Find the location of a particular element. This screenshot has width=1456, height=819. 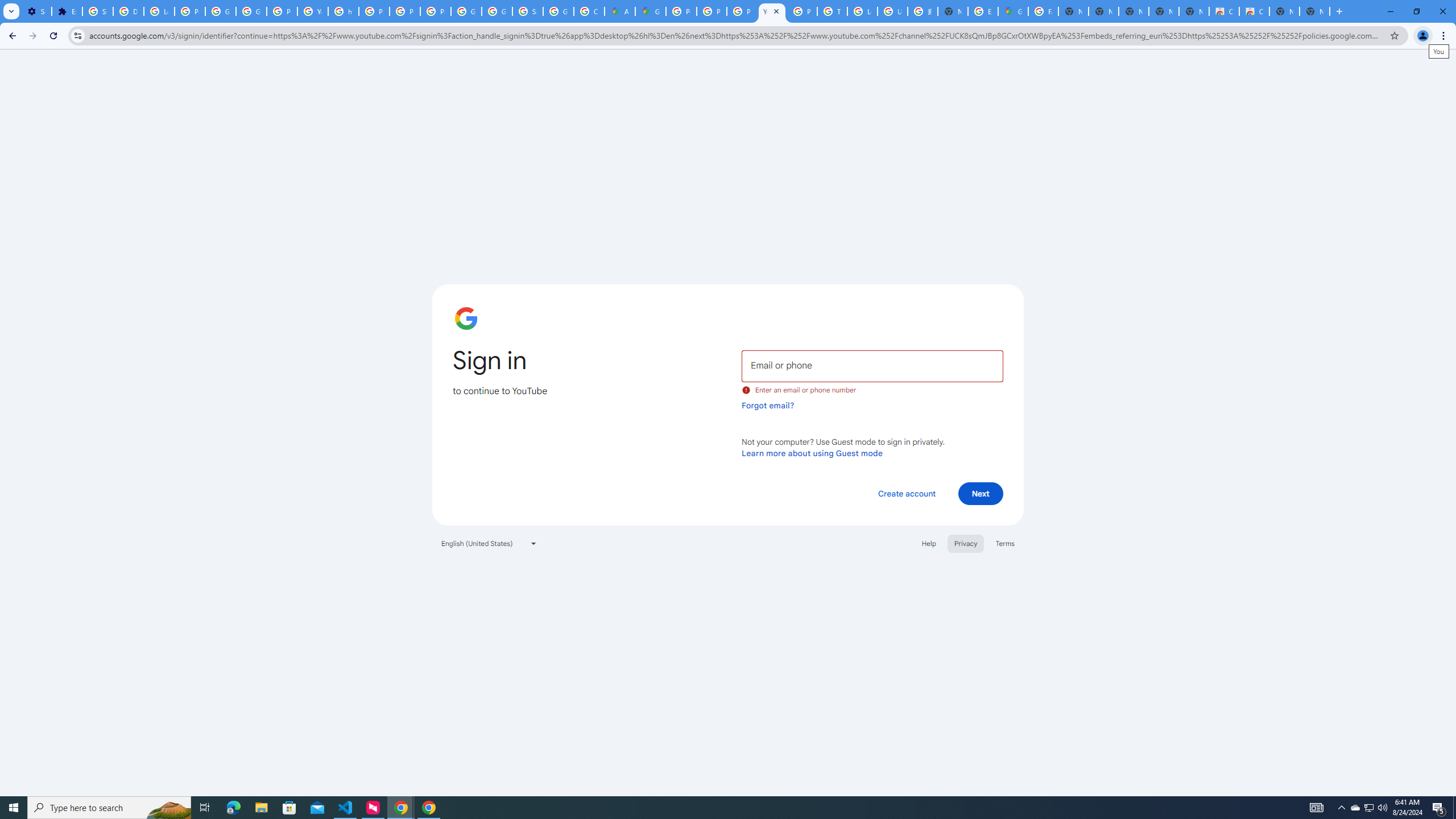

'Classic Blue - Chrome Web Store' is located at coordinates (1224, 11).